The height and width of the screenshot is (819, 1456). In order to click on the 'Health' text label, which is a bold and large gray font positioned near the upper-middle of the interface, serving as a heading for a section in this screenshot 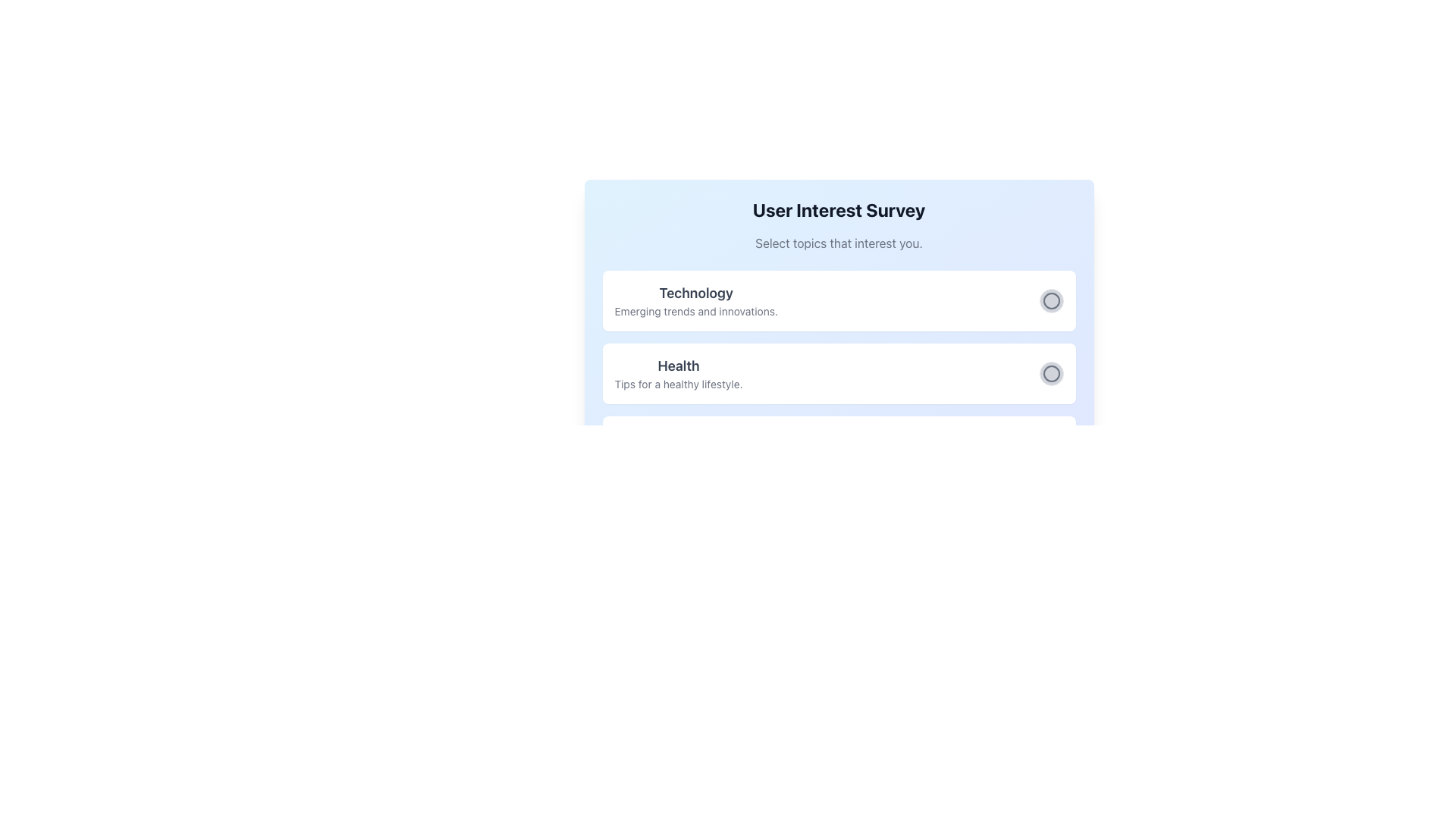, I will do `click(678, 366)`.